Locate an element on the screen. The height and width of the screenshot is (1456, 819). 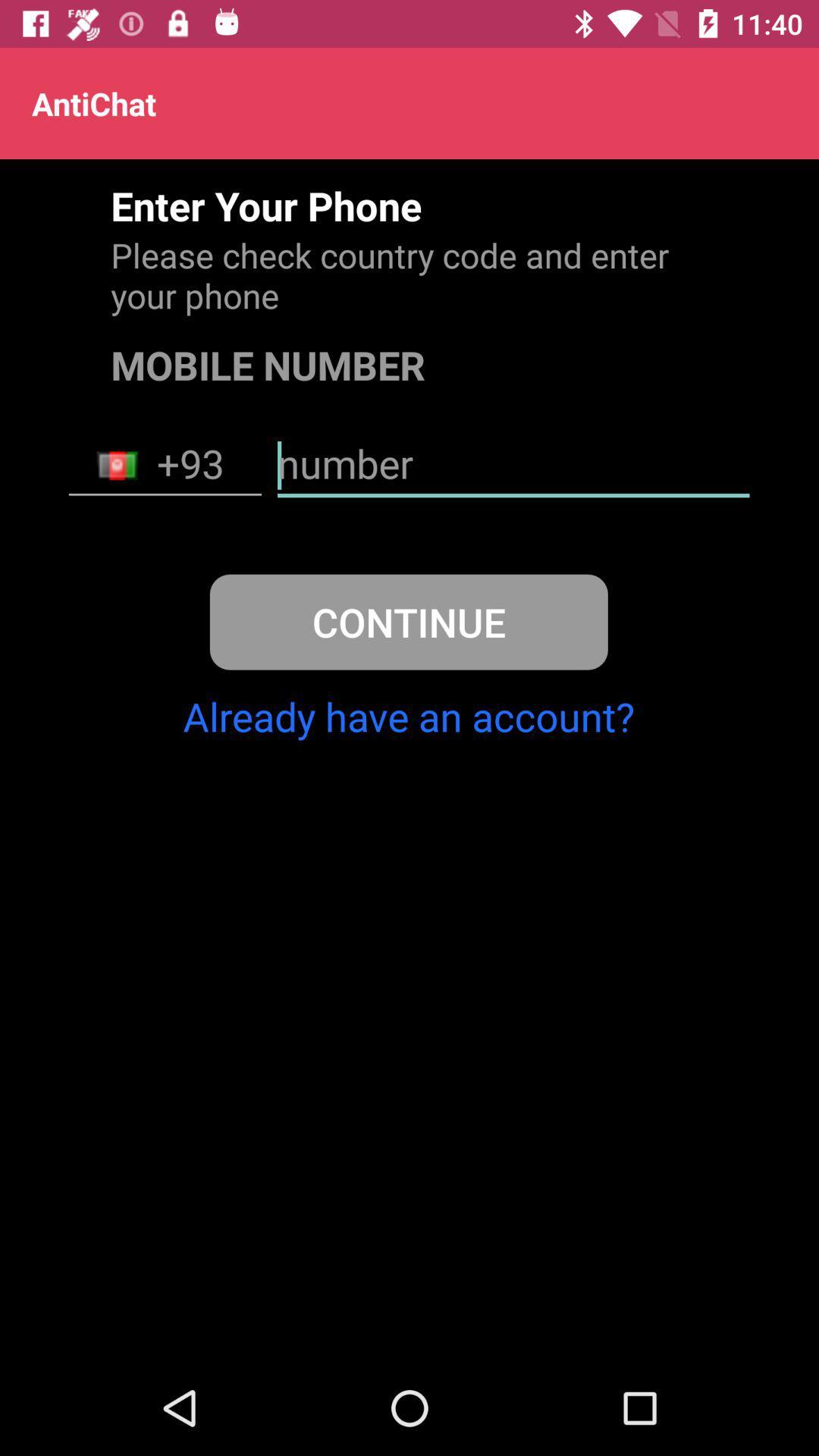
item below the continue is located at coordinates (408, 715).